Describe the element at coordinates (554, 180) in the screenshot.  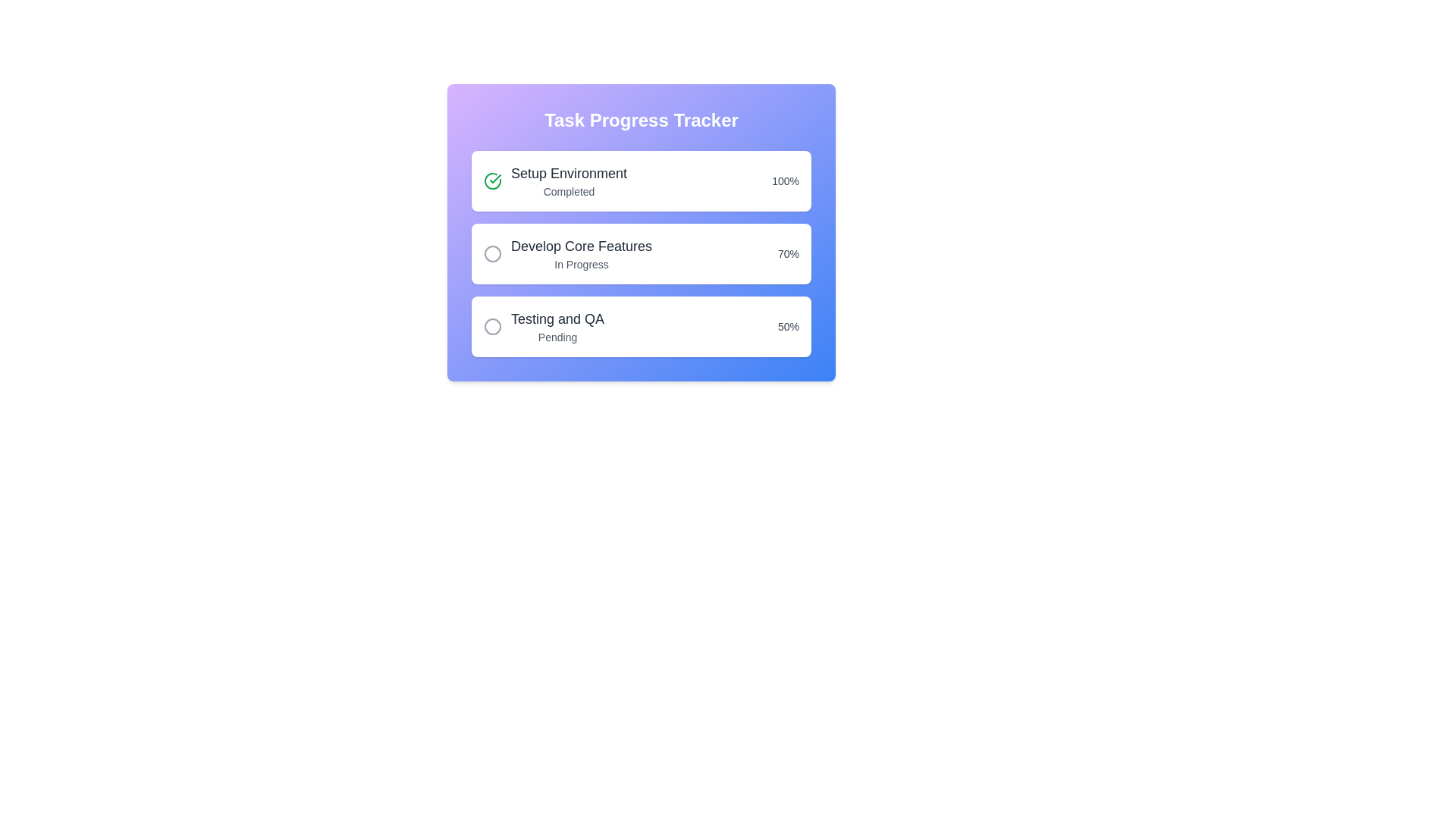
I see `the completion status of the task completion item labeled 'Setup Environment' with a green checkmark icon, located at the top of the list` at that location.